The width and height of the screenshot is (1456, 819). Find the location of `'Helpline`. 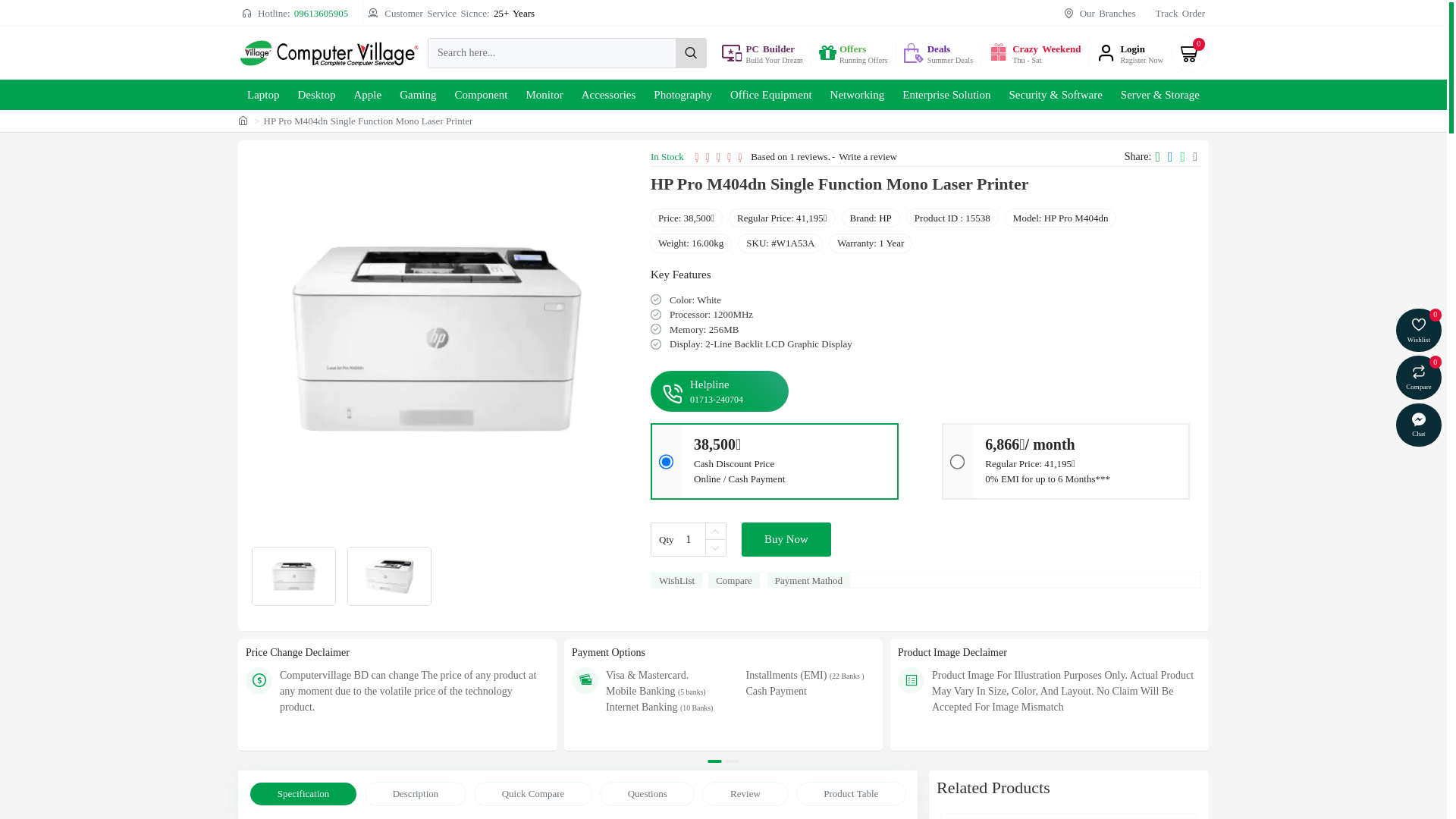

'Helpline is located at coordinates (718, 391).